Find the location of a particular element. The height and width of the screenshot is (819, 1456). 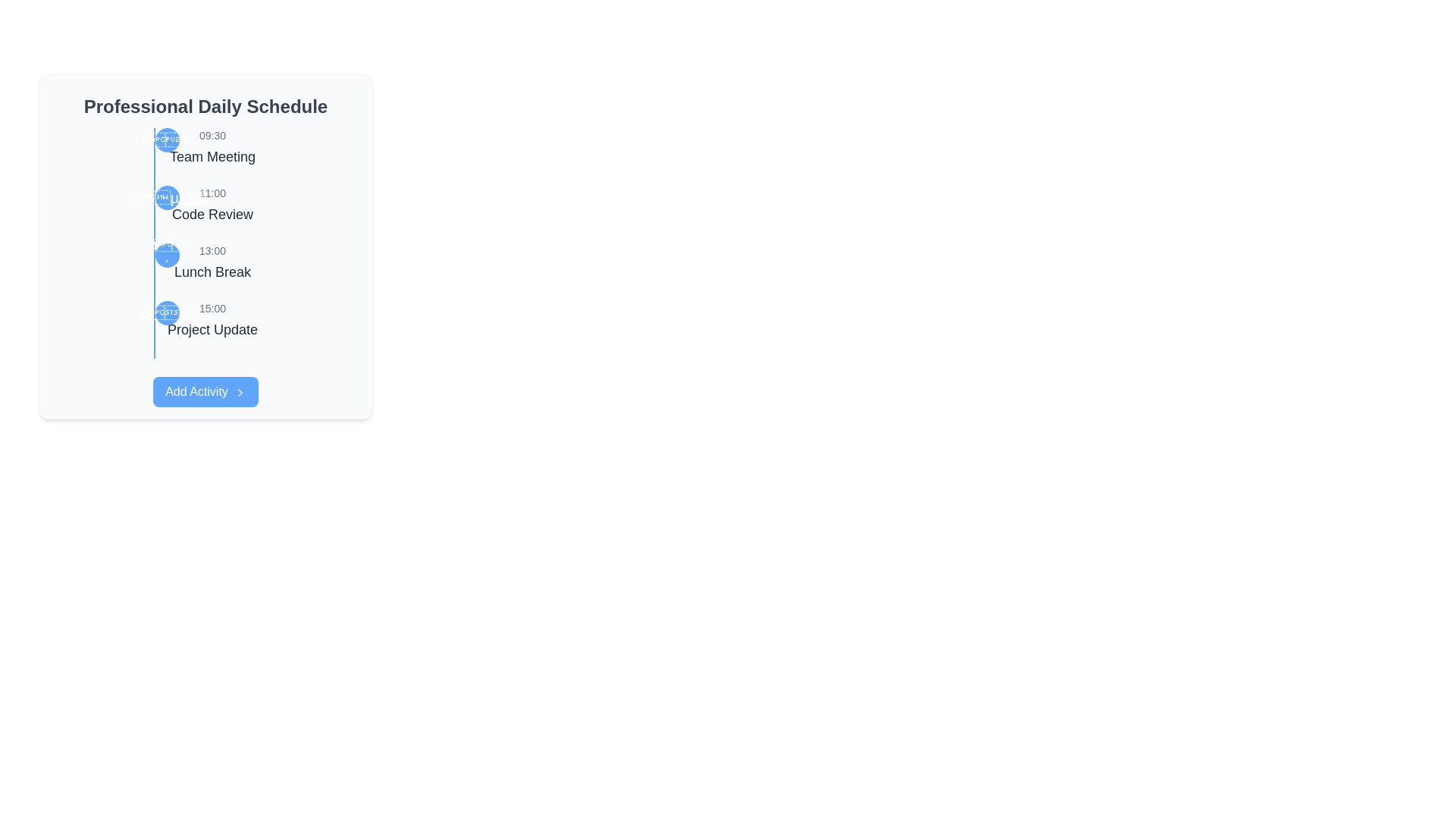

the circular blue icon with a white clock emoji located next to the '11:00 Code Review' activity entry in the 'Professional Daily Schedule' interface is located at coordinates (167, 197).